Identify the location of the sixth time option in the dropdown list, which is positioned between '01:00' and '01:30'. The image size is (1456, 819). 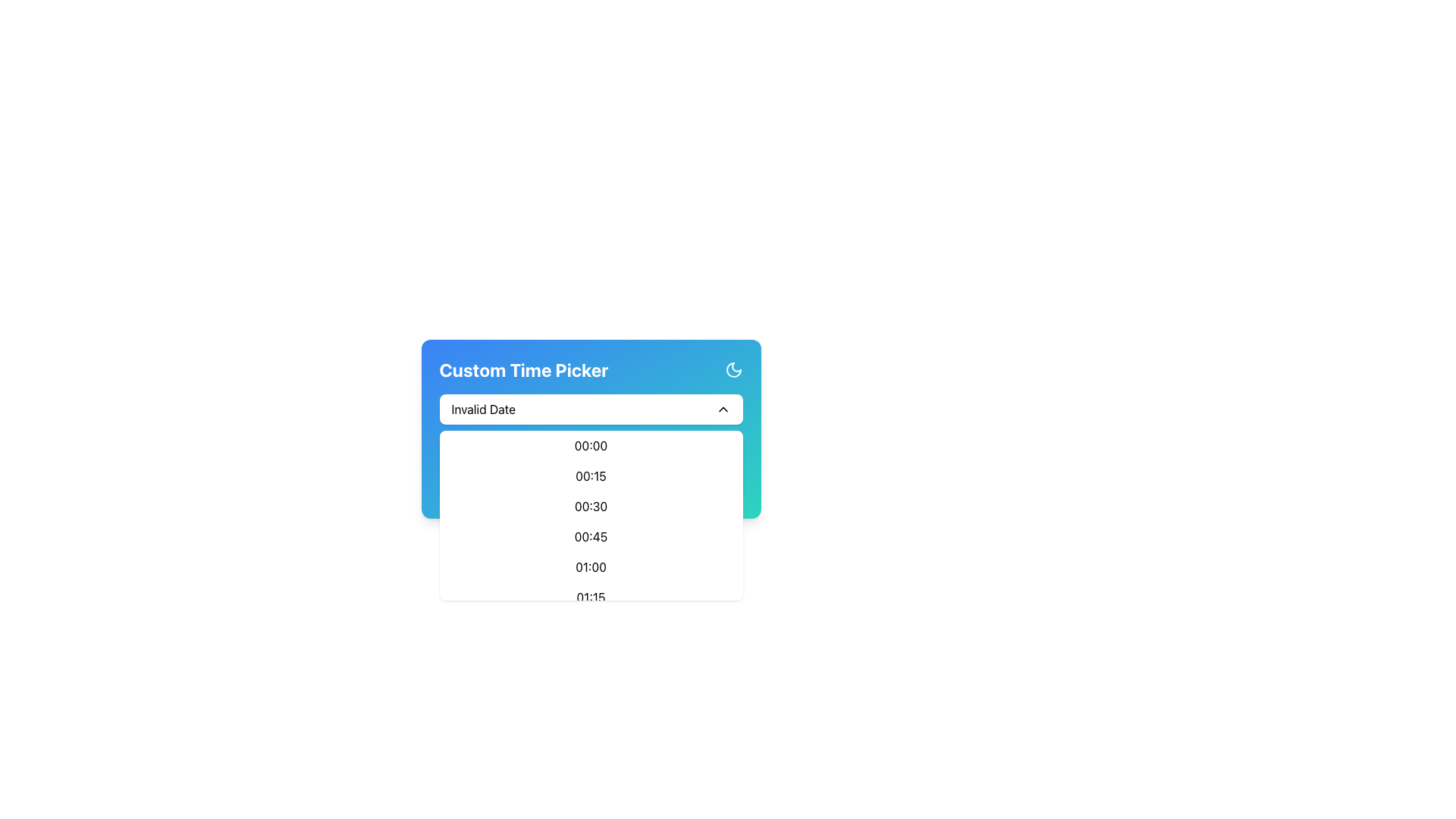
(590, 596).